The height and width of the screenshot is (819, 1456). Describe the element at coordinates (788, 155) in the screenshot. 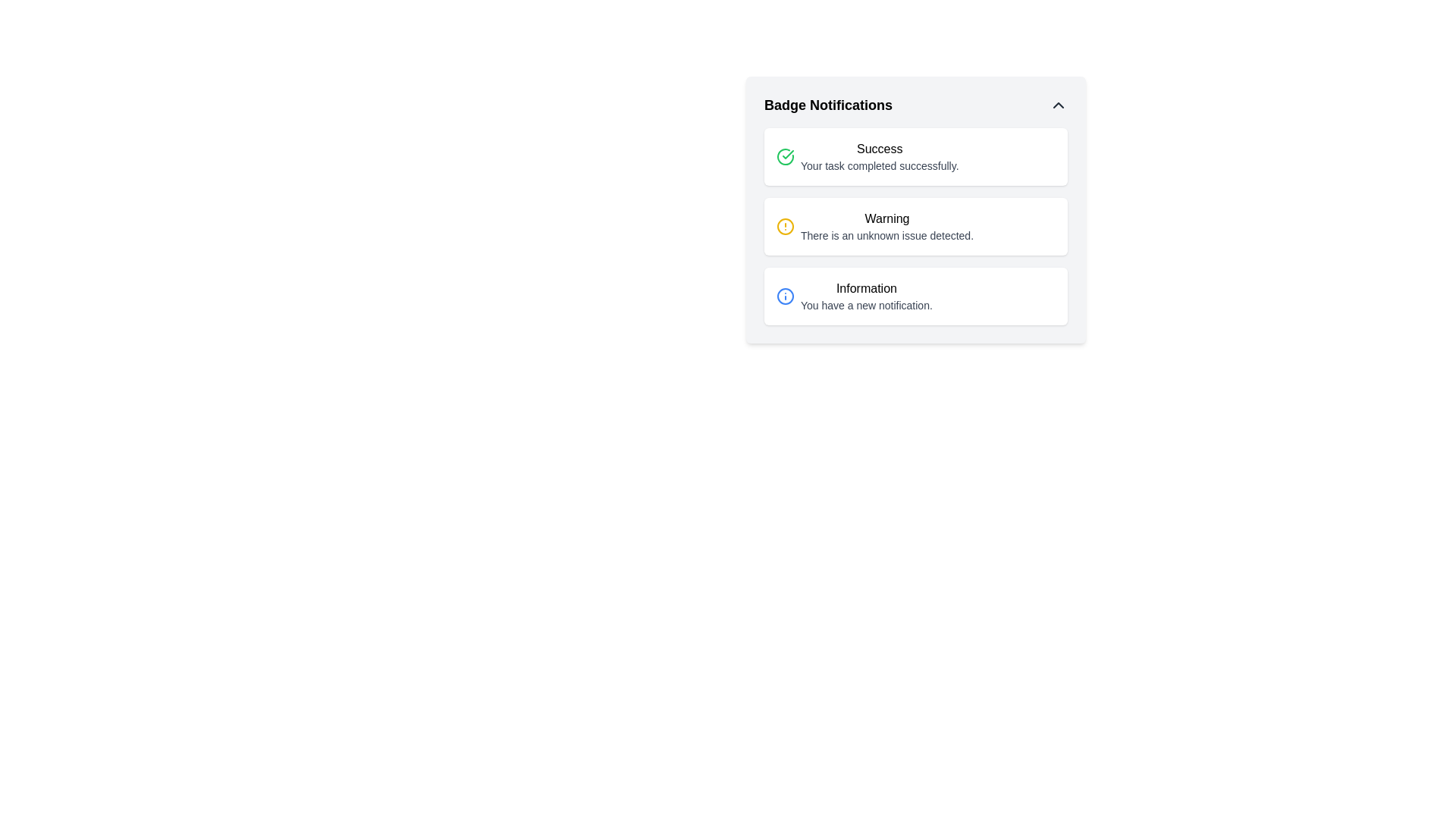

I see `the green checkmark icon representing a success notification in the Badge Notifications panel` at that location.